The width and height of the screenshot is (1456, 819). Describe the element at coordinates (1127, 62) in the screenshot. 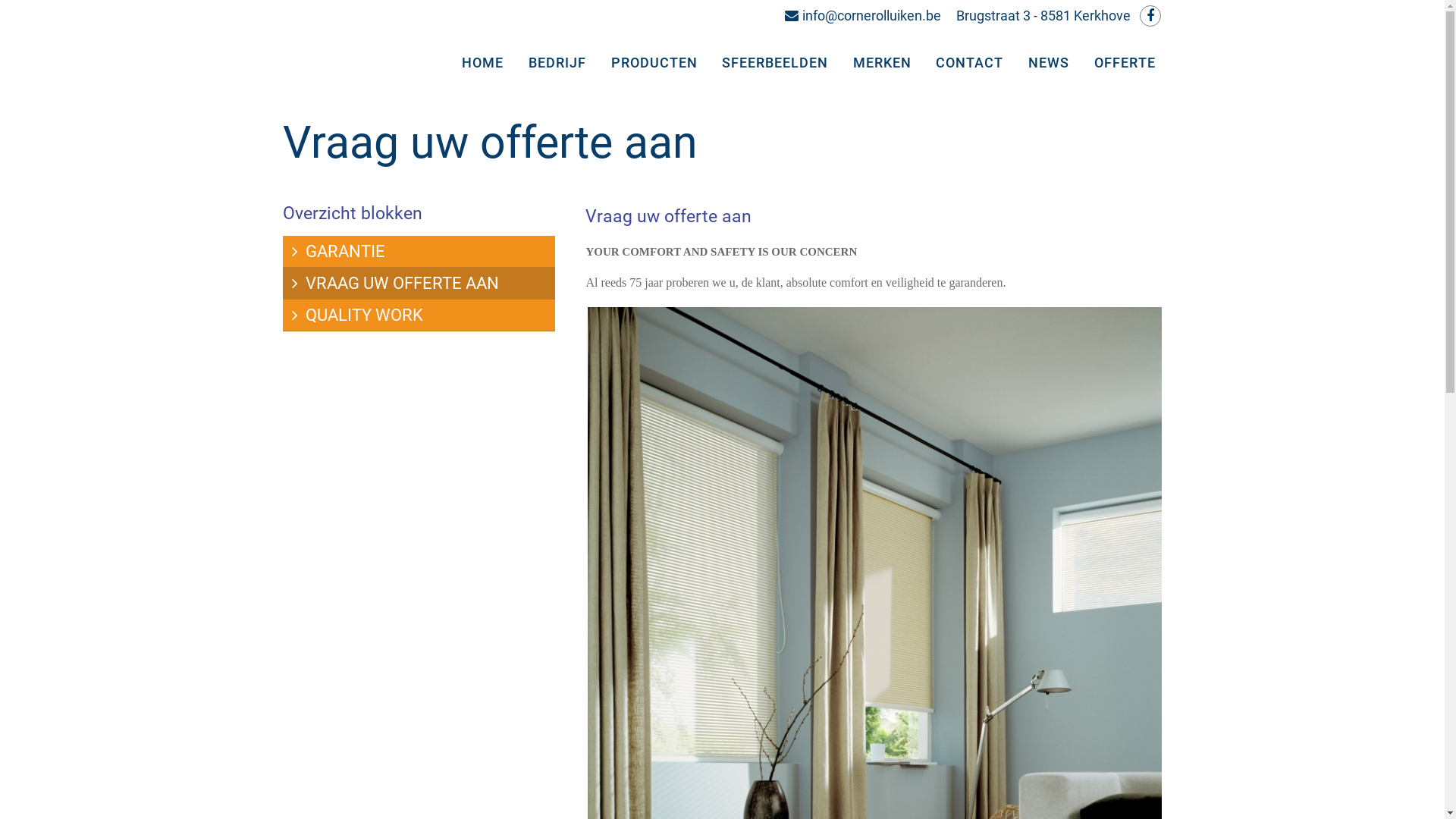

I see `'OFFERTE'` at that location.